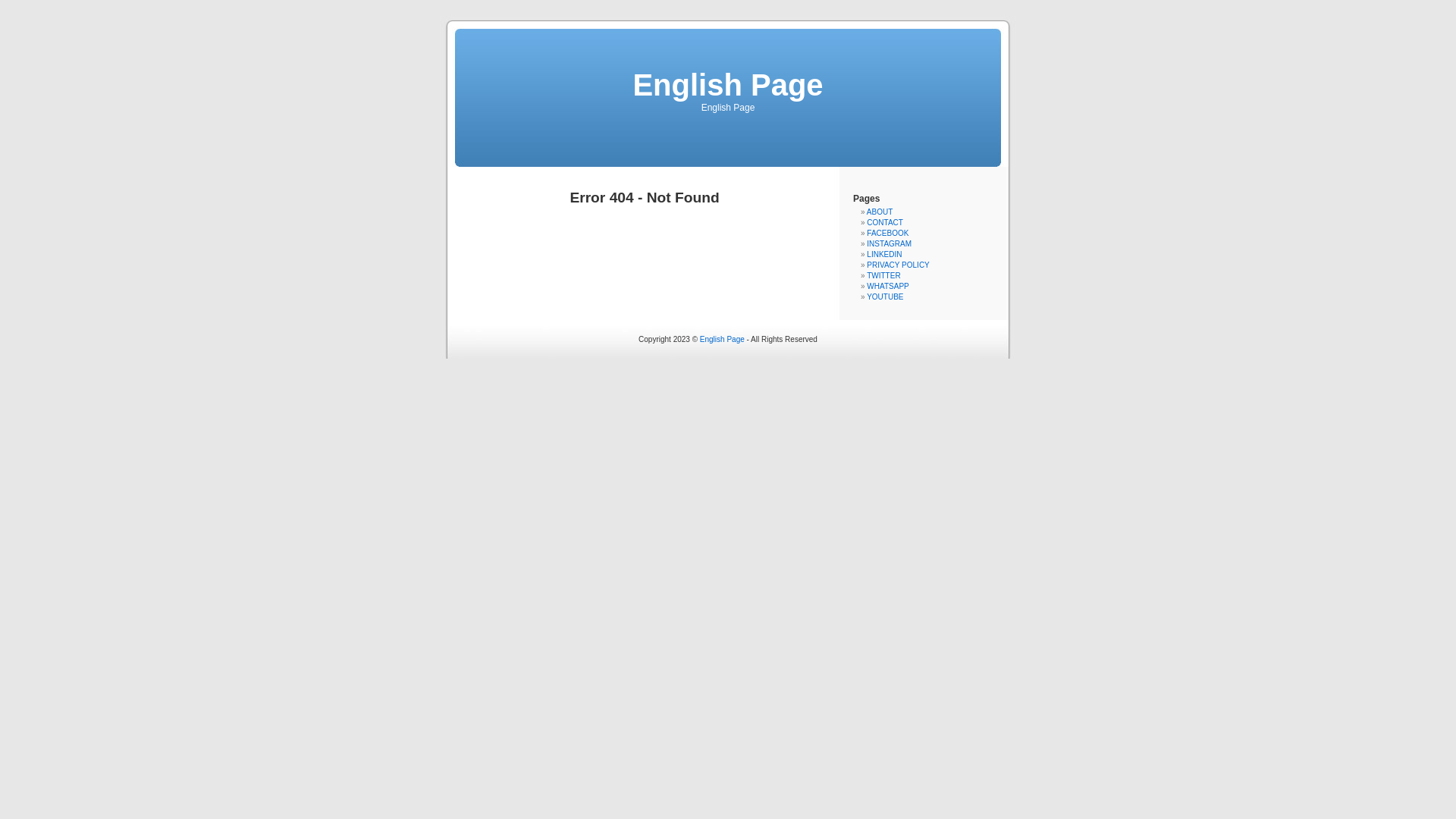  Describe the element at coordinates (889, 243) in the screenshot. I see `'INSTAGRAM'` at that location.